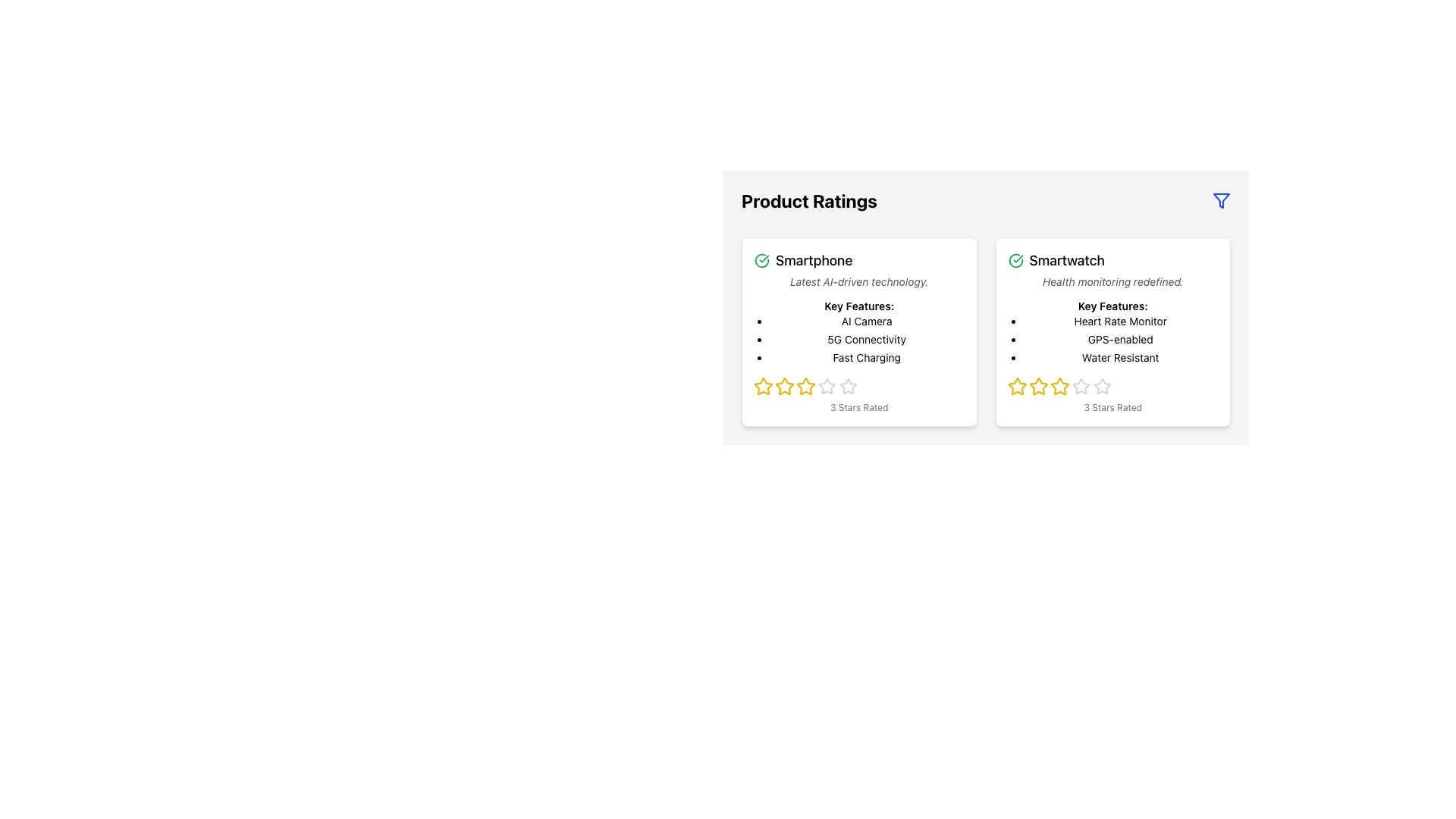 The width and height of the screenshot is (1456, 819). What do you see at coordinates (785, 385) in the screenshot?
I see `the third star icon in the star rating system located underneath the 'Smartphone' card` at bounding box center [785, 385].